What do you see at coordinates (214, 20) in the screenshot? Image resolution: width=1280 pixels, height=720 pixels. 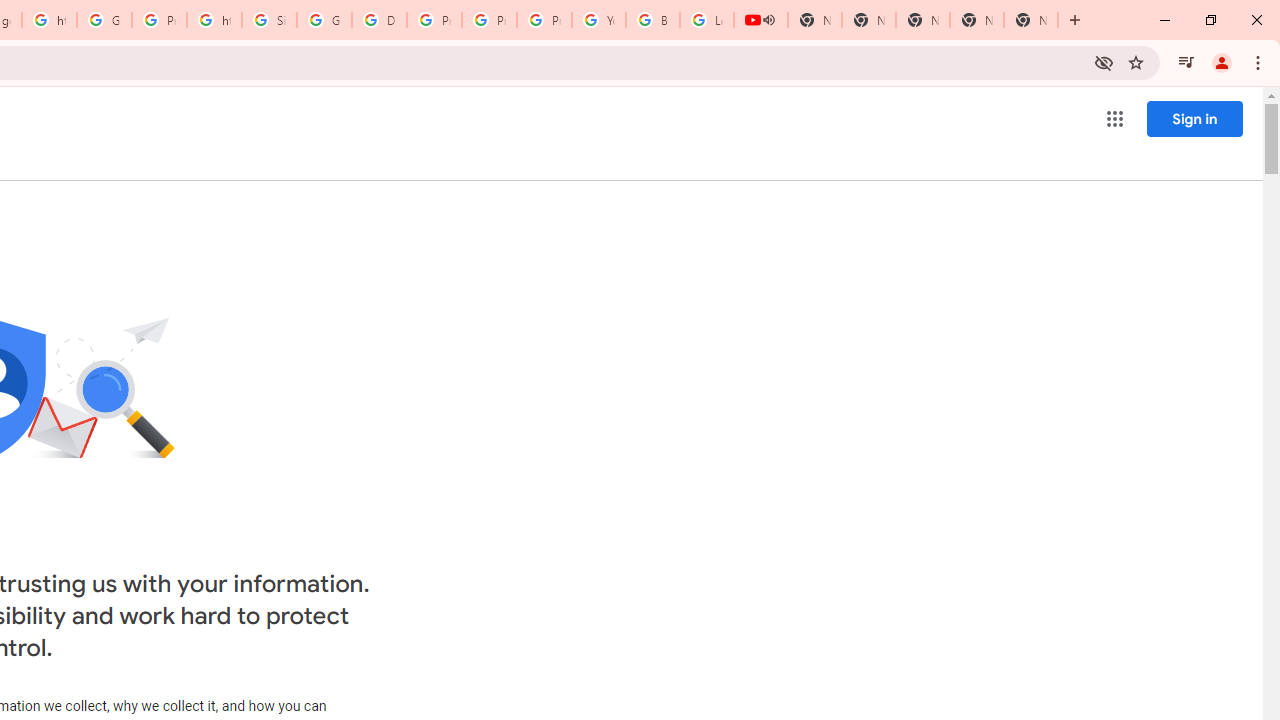 I see `'https://scholar.google.com/'` at bounding box center [214, 20].